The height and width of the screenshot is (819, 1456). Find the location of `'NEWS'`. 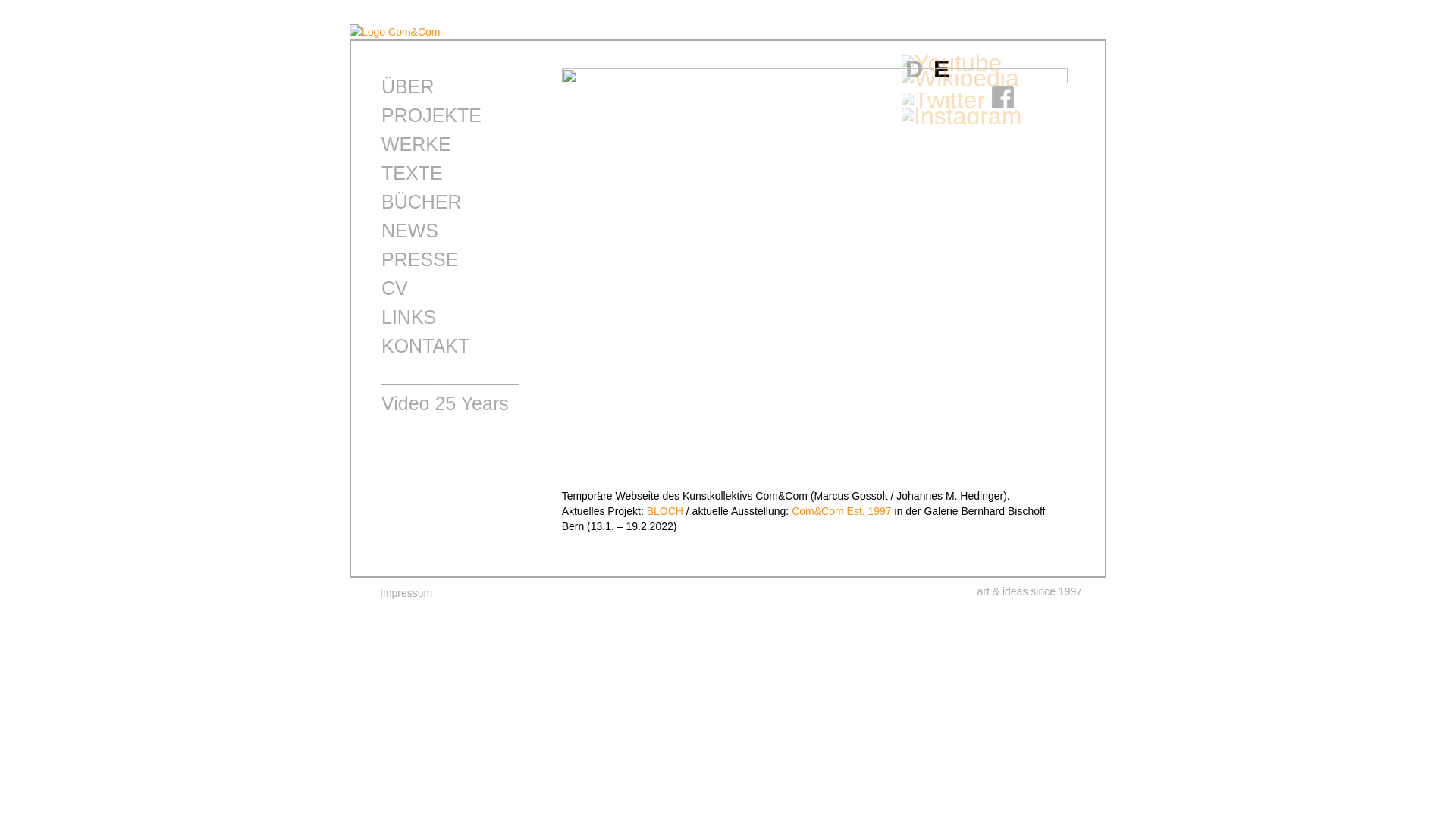

'NEWS' is located at coordinates (409, 231).